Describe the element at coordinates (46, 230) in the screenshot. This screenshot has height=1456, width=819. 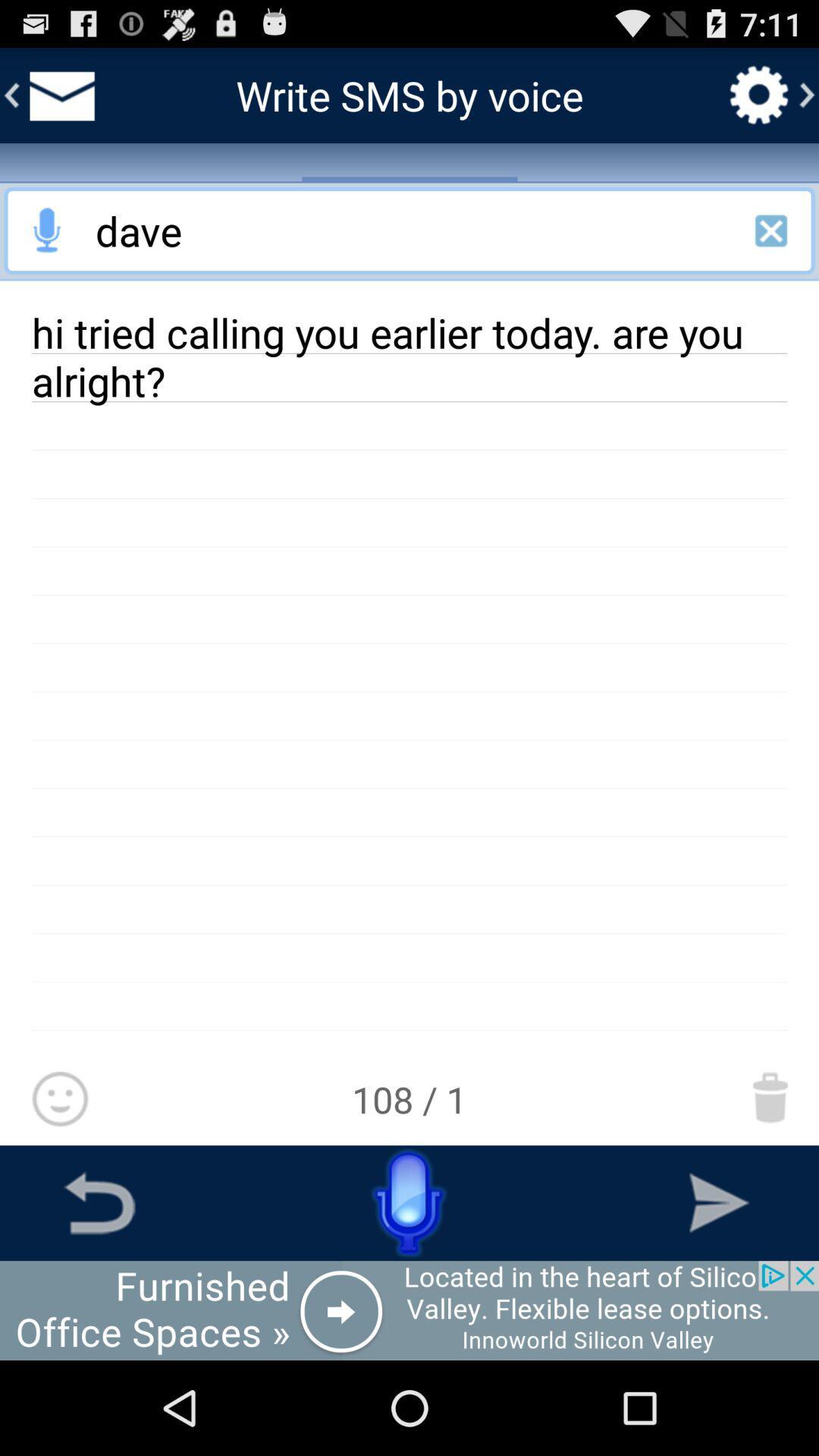
I see `in voice` at that location.